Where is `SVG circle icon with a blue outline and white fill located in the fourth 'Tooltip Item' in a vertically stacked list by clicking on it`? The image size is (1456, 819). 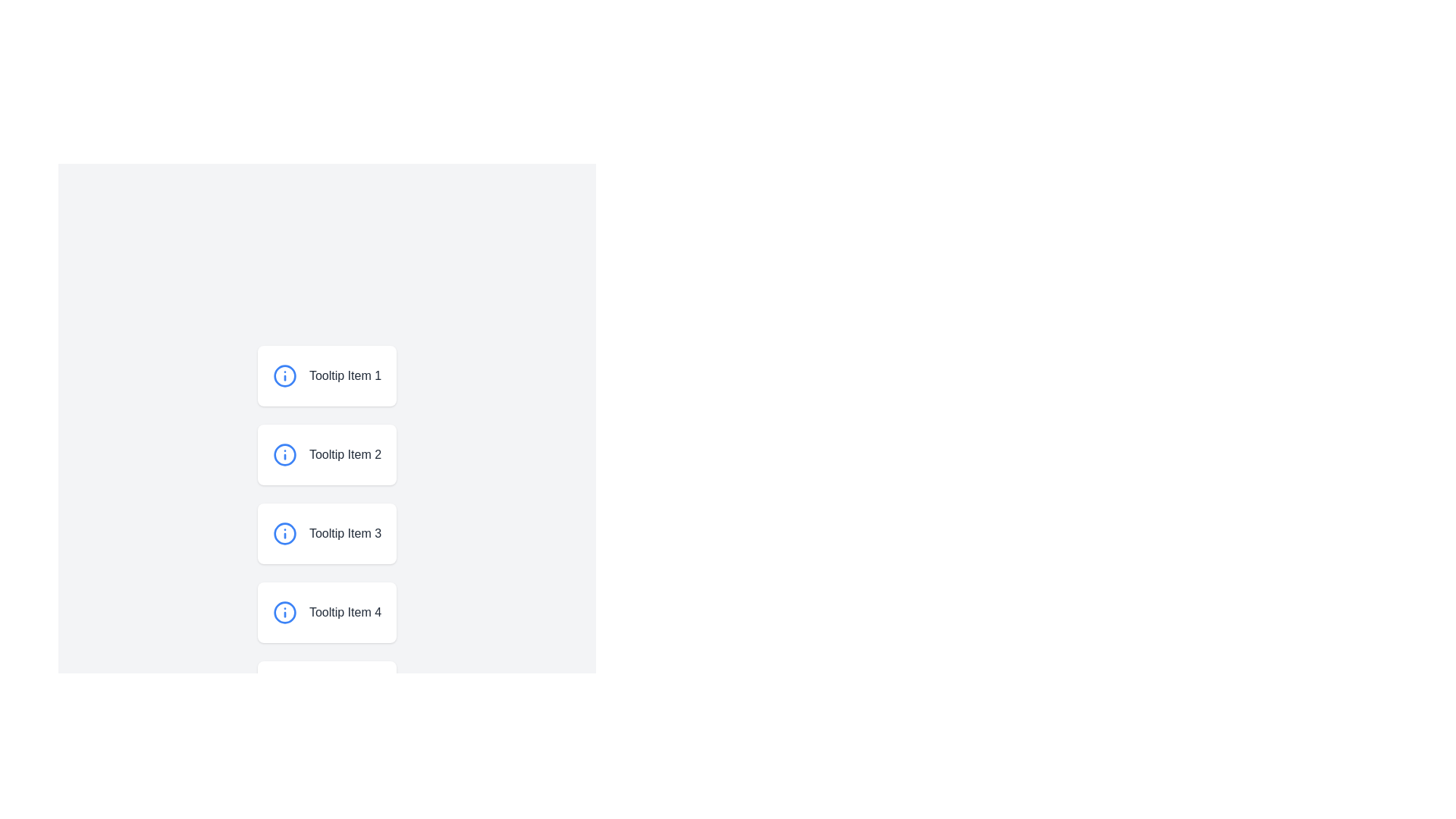
SVG circle icon with a blue outline and white fill located in the fourth 'Tooltip Item' in a vertically stacked list by clicking on it is located at coordinates (284, 611).